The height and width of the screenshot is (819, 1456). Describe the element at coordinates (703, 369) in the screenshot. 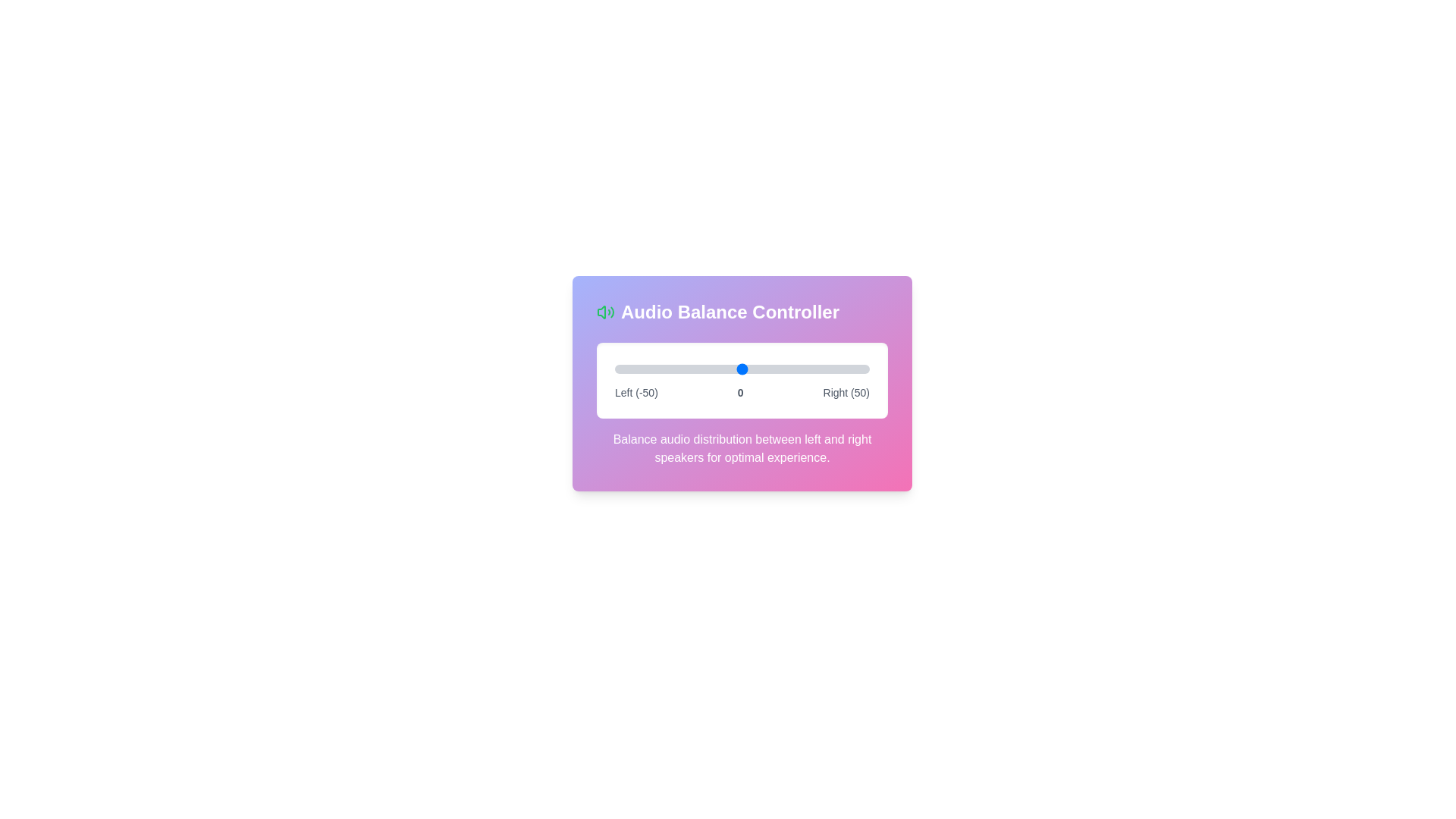

I see `the balance slider to set the audio balance to -15` at that location.